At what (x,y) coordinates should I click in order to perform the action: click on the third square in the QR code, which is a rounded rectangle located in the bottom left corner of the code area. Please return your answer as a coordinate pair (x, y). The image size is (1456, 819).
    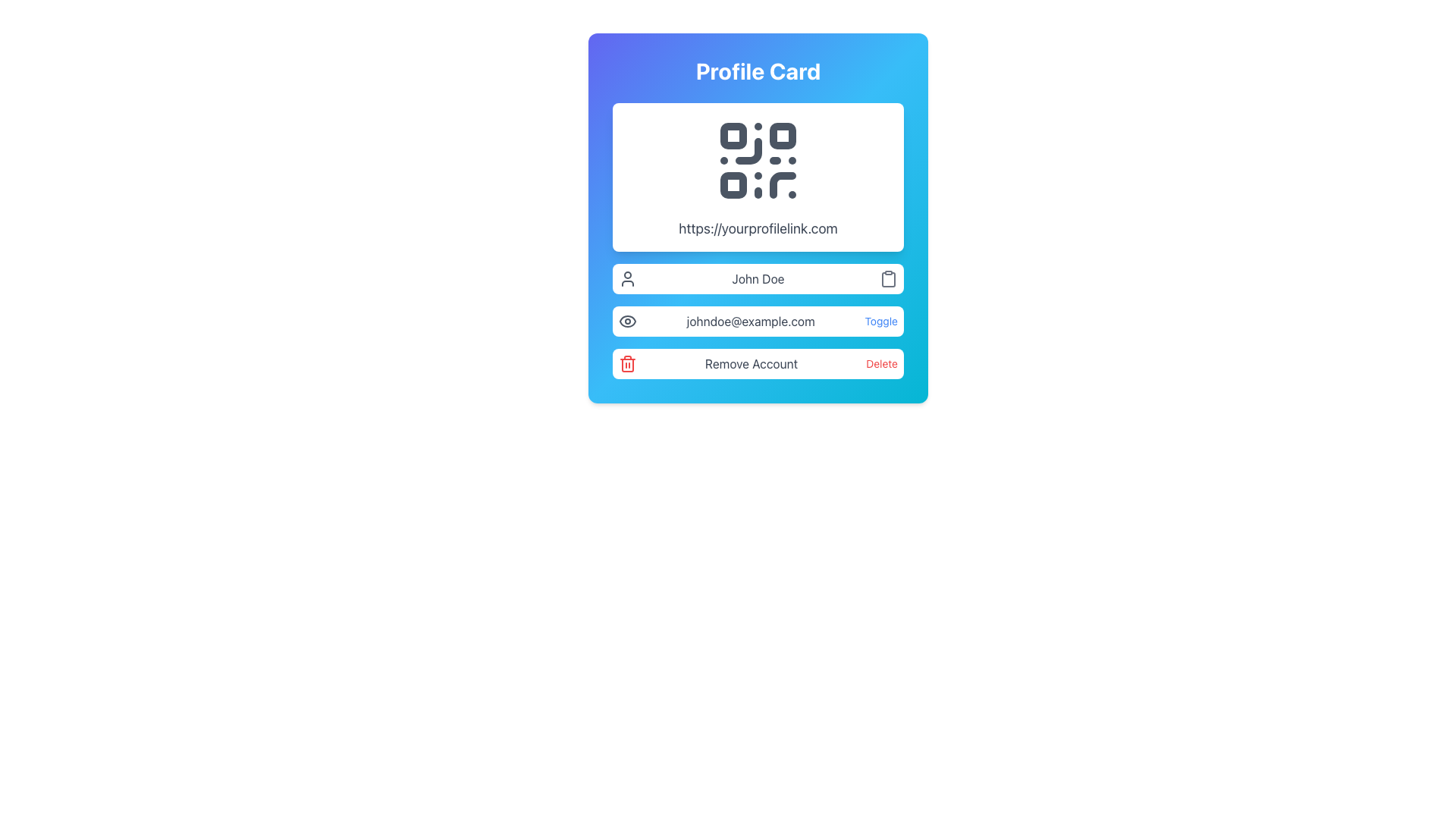
    Looking at the image, I should click on (733, 184).